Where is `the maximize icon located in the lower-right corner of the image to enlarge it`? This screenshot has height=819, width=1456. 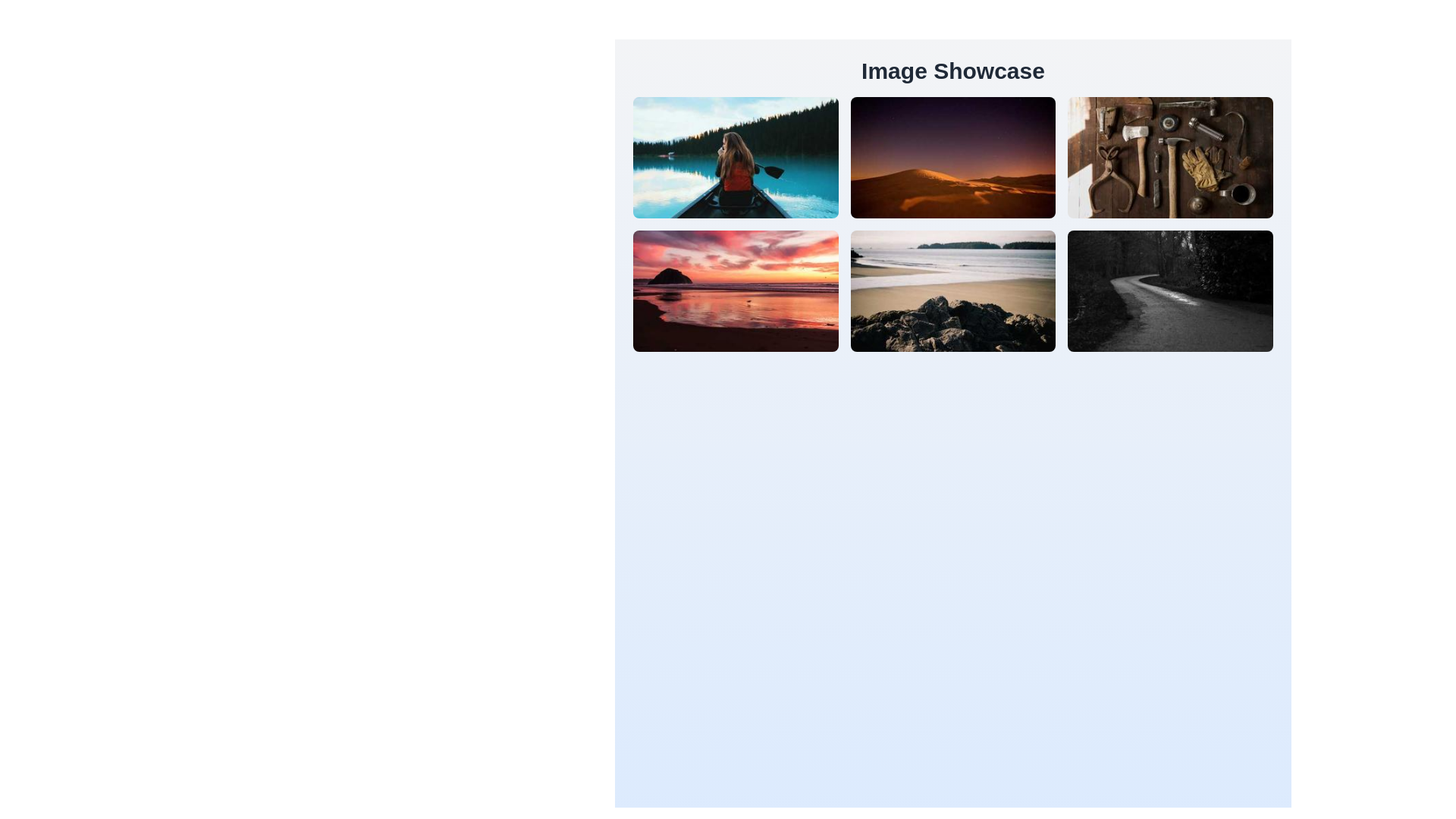 the maximize icon located in the lower-right corner of the image to enlarge it is located at coordinates (1169, 291).